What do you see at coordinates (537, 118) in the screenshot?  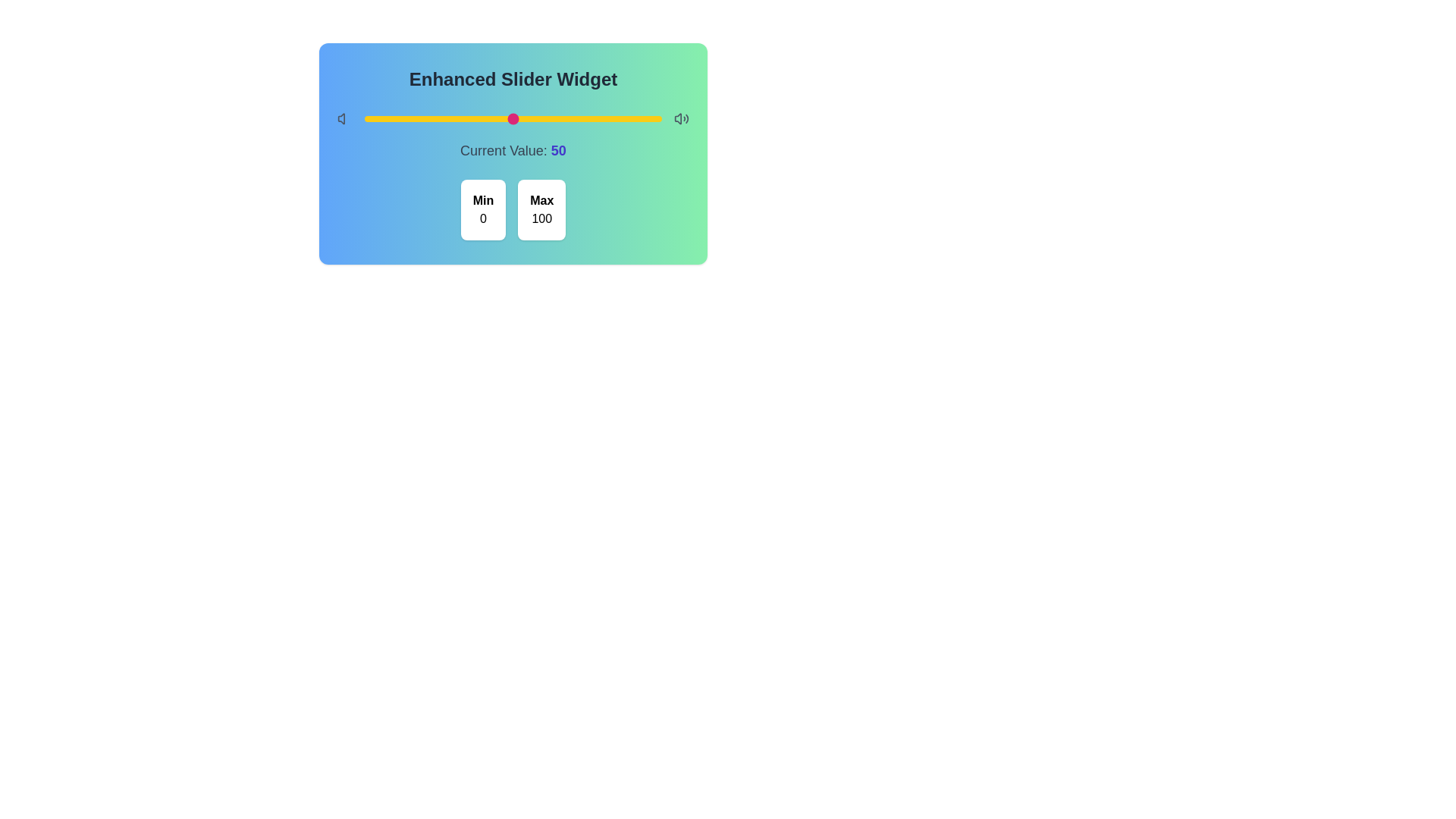 I see `the slider to set its value to 58` at bounding box center [537, 118].